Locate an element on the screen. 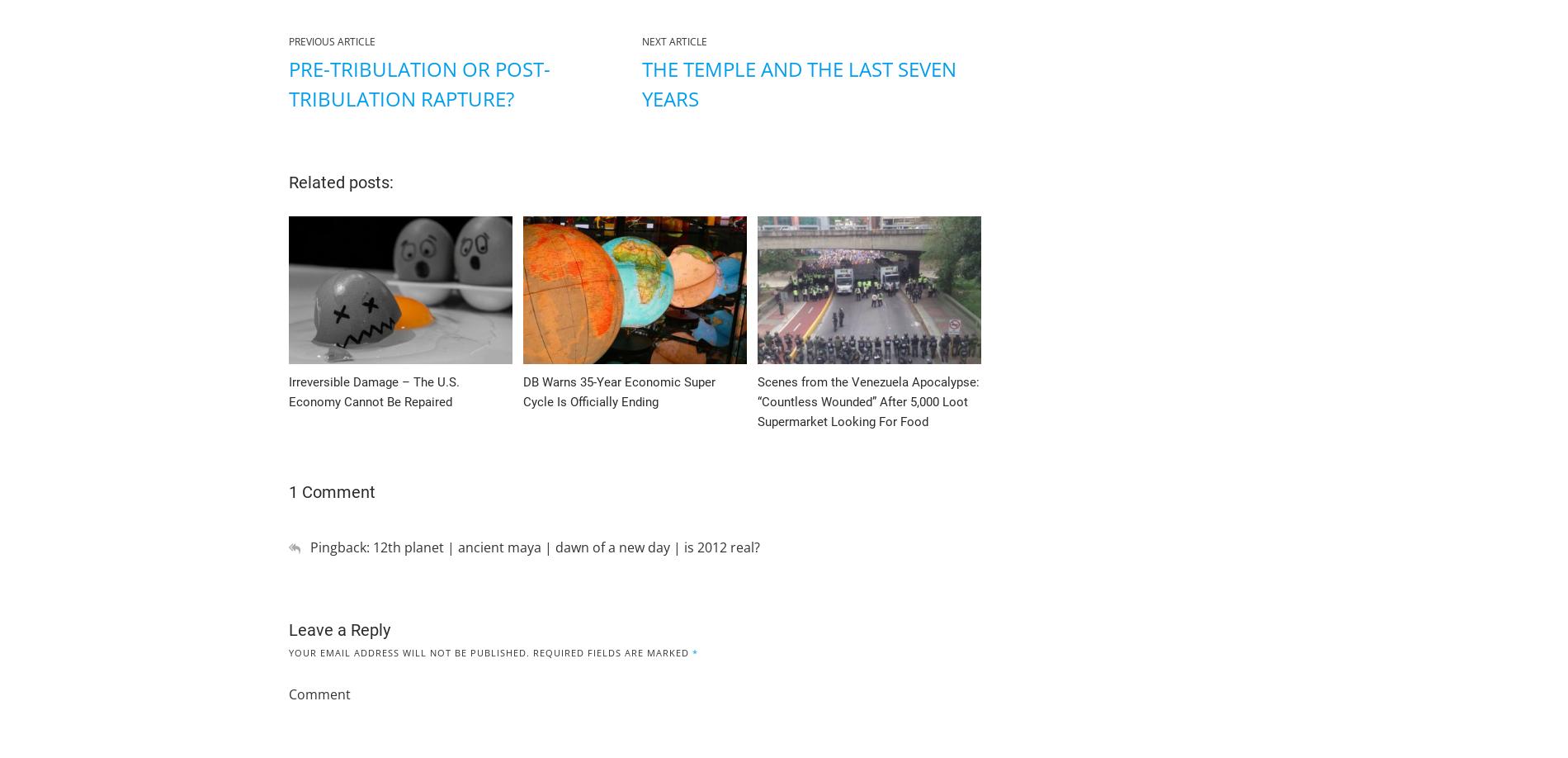 This screenshot has height=758, width=1568. 'Previous Article' is located at coordinates (331, 41).